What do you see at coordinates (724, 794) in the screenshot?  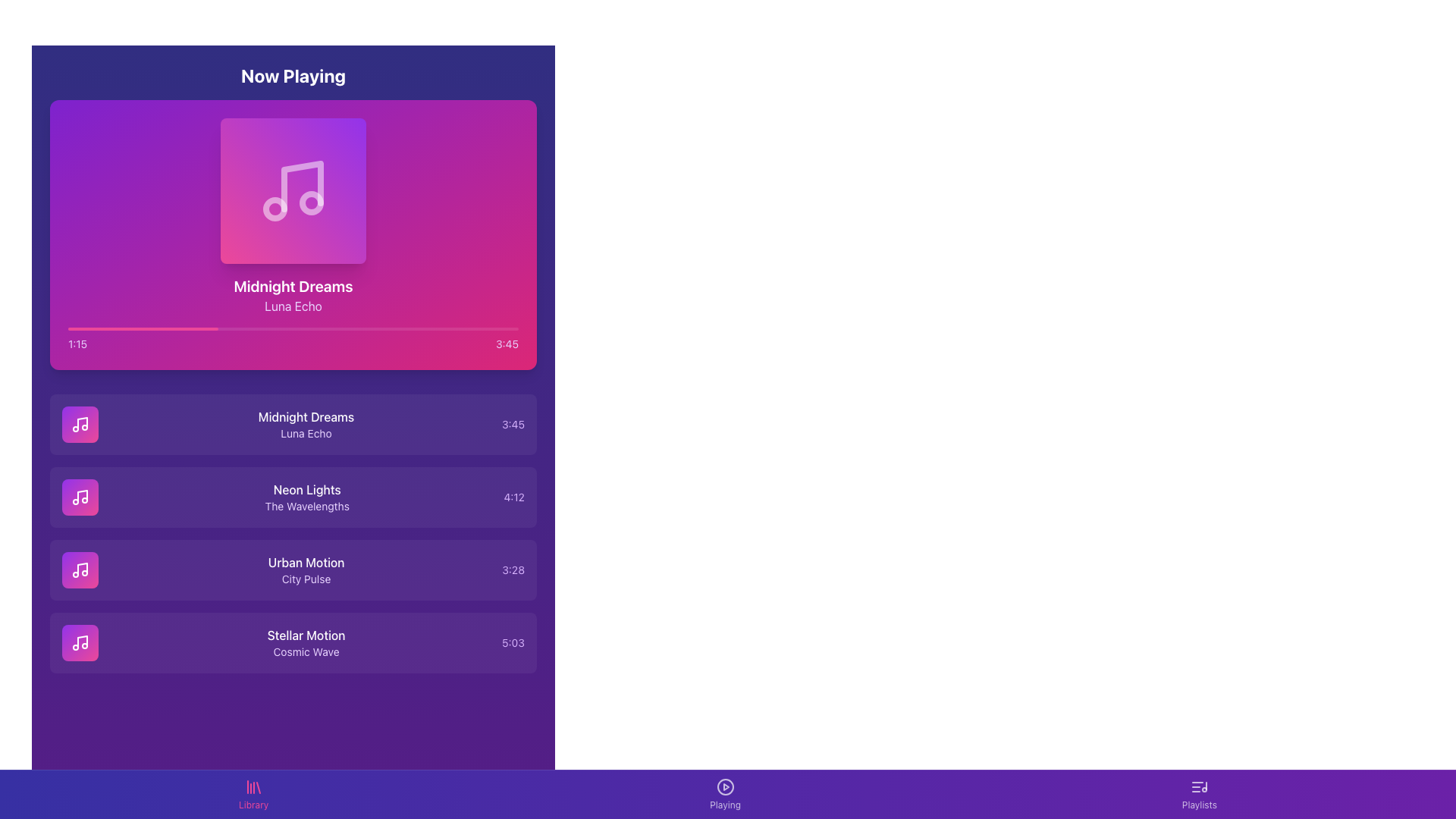 I see `the navigation button in the bottom navigation bar that leads to the 'Playing' section of the application` at bounding box center [724, 794].